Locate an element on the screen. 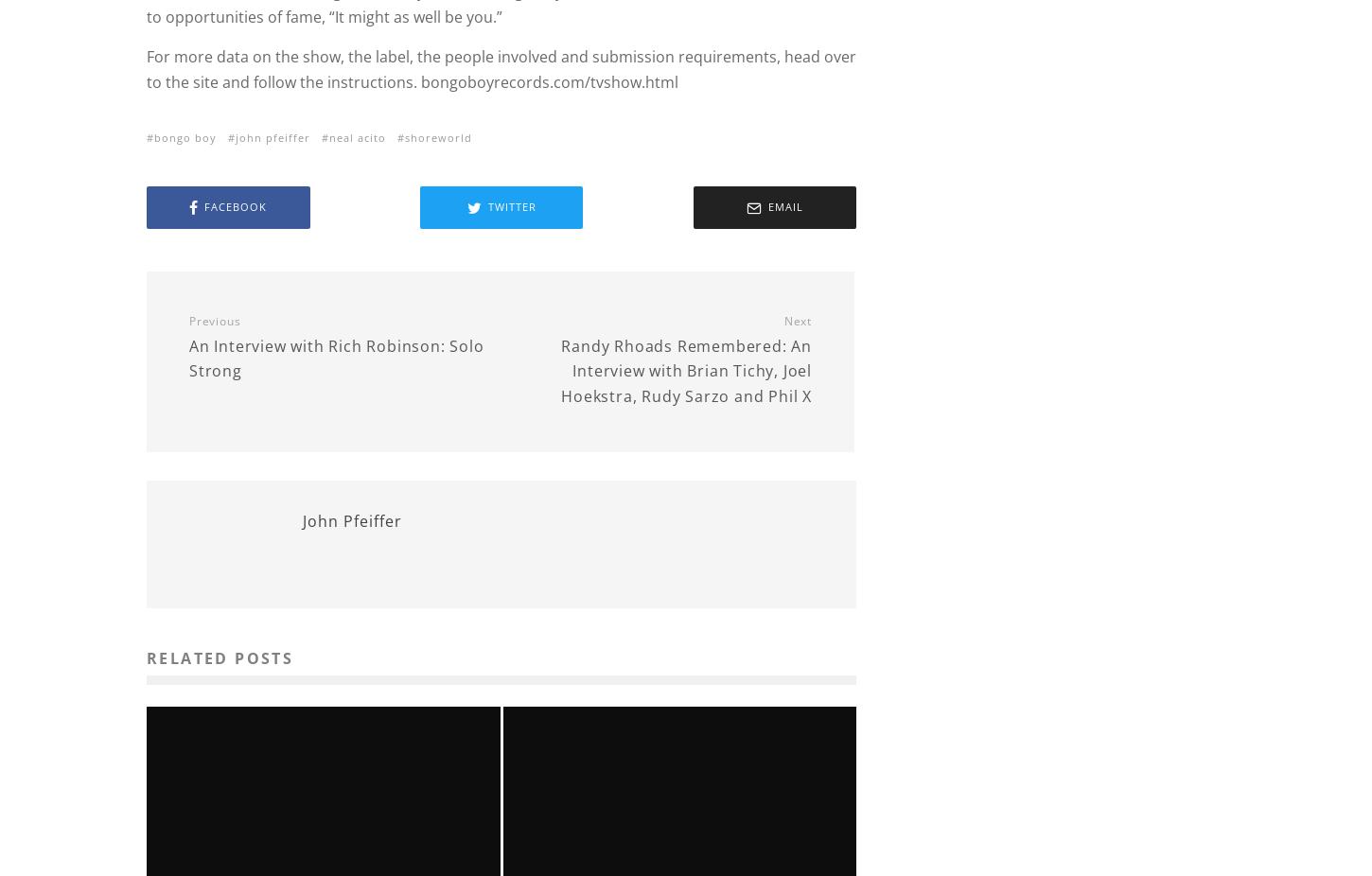 The width and height of the screenshot is (1372, 876). 'Email' is located at coordinates (784, 205).